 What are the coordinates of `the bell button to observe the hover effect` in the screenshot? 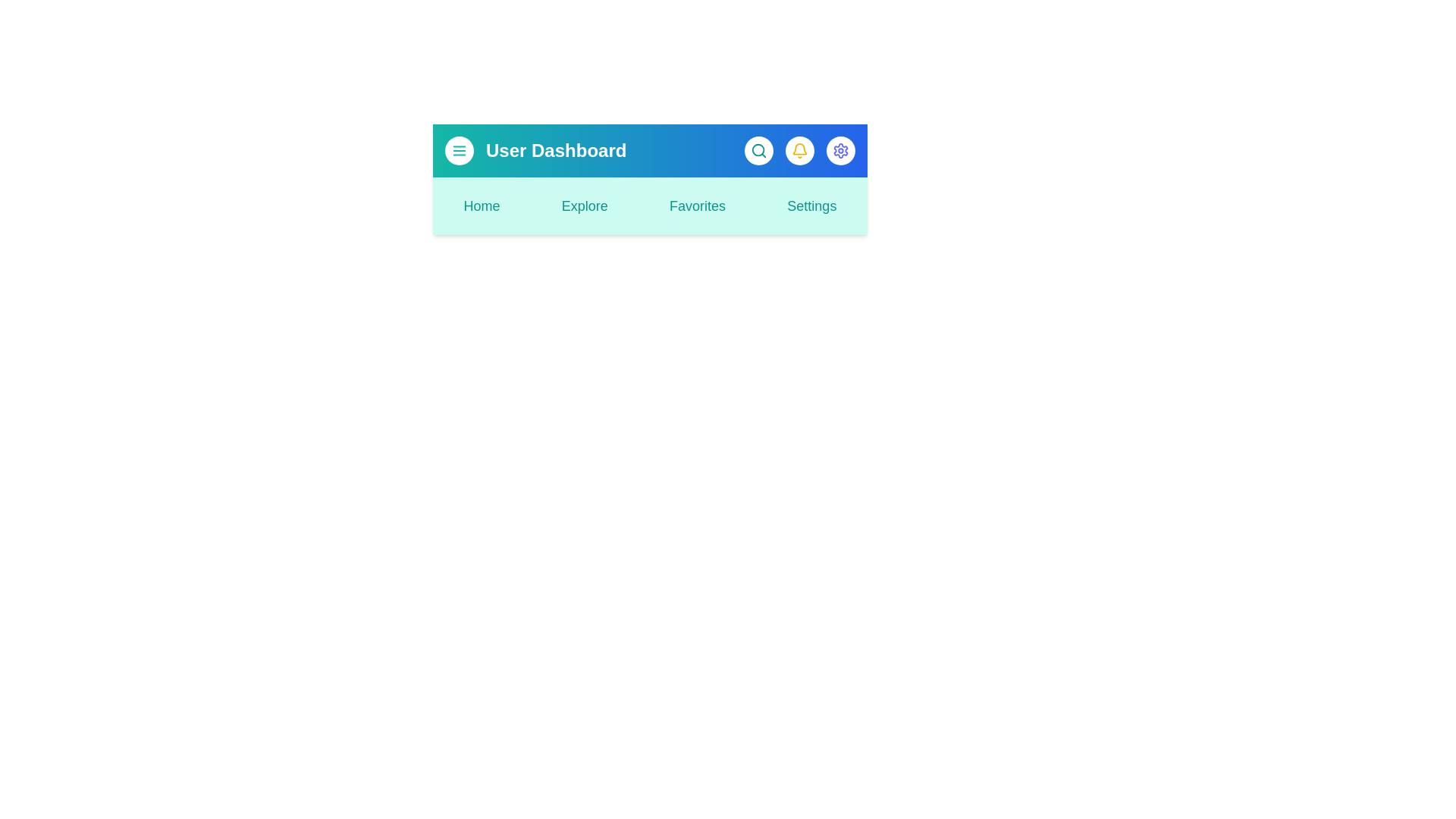 It's located at (799, 151).